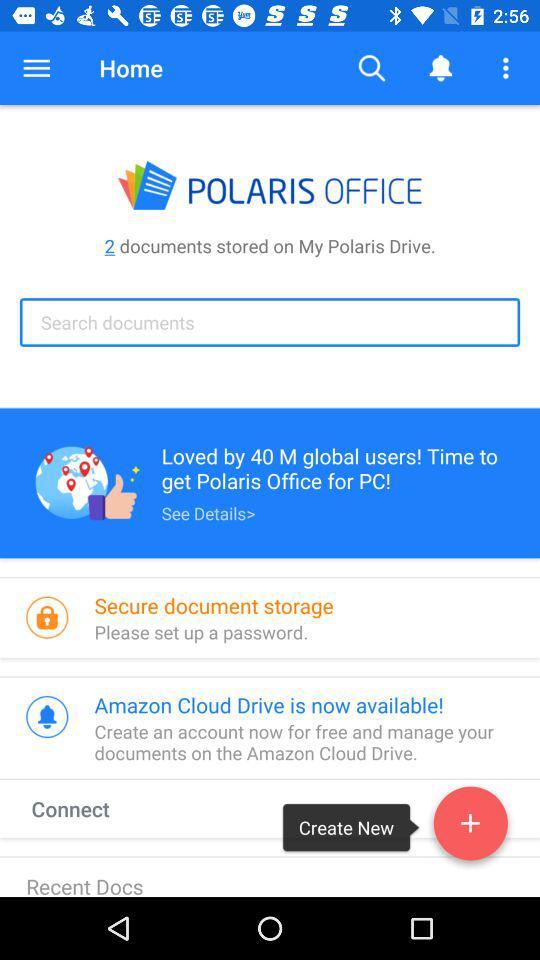  I want to click on item above recent docs icon, so click(88, 808).